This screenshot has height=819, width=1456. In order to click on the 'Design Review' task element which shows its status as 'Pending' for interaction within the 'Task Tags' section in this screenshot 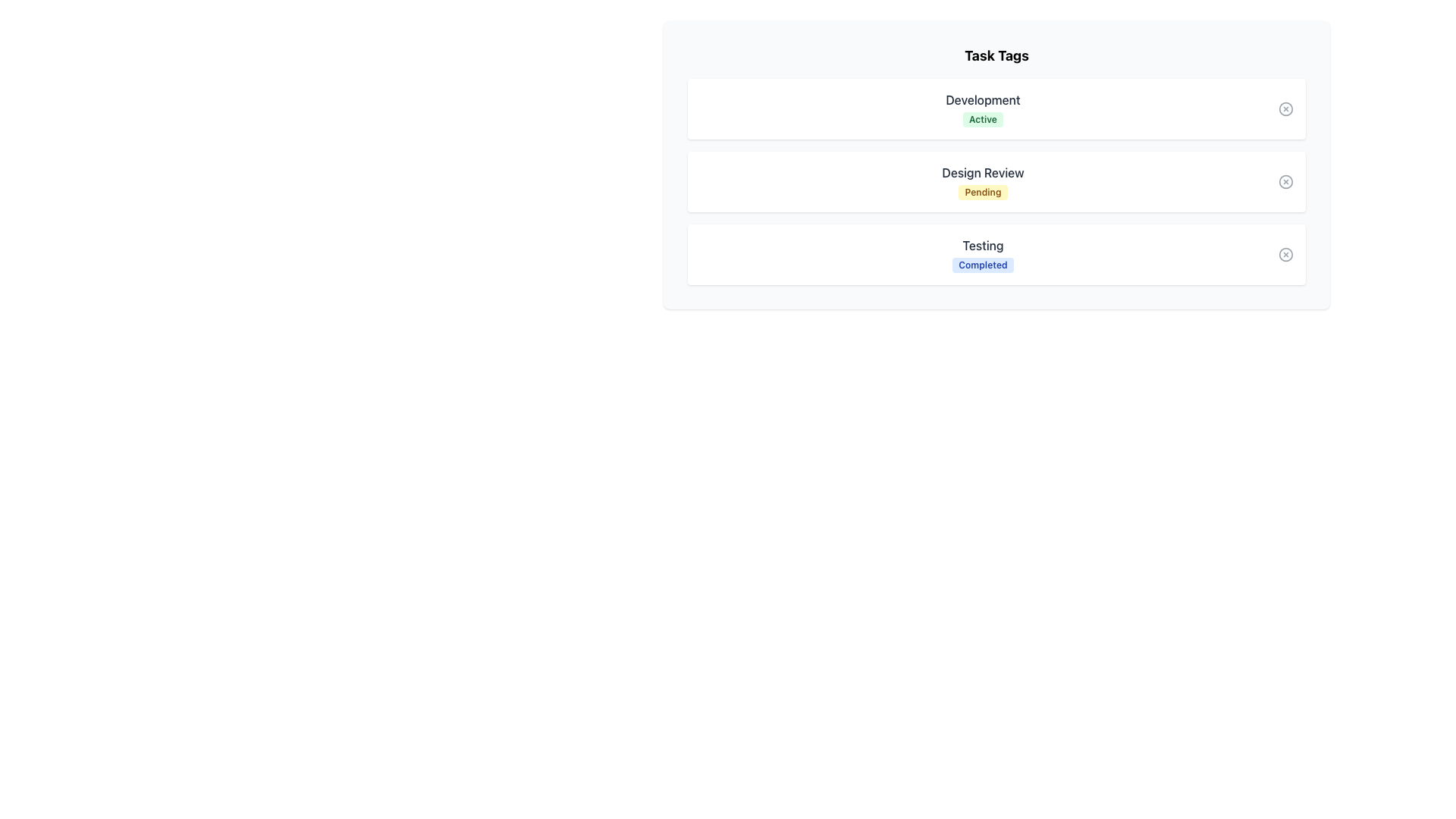, I will do `click(983, 180)`.